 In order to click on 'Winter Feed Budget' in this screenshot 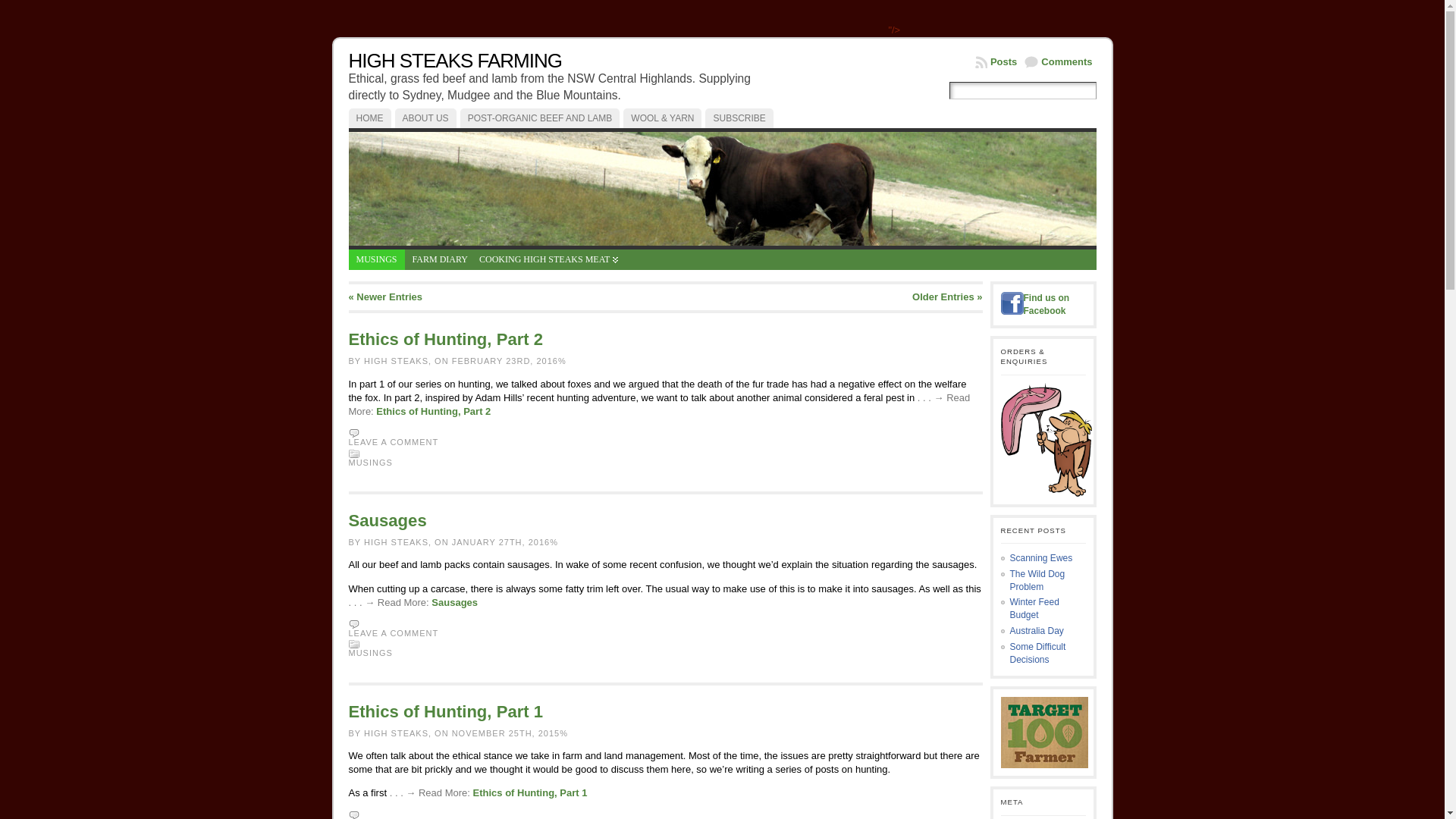, I will do `click(1034, 607)`.